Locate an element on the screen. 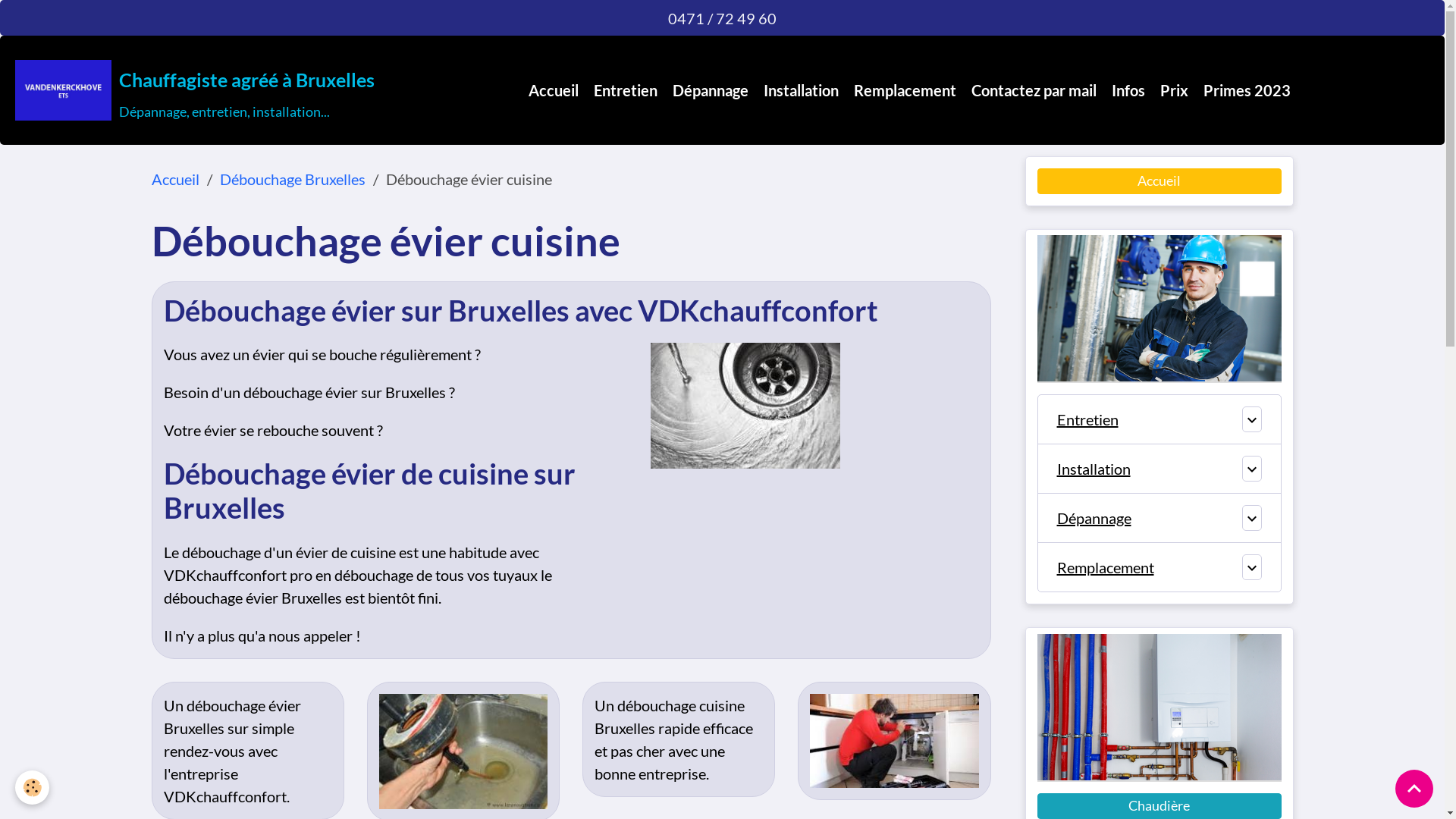 This screenshot has width=1456, height=819. 'Accueil' is located at coordinates (175, 177).